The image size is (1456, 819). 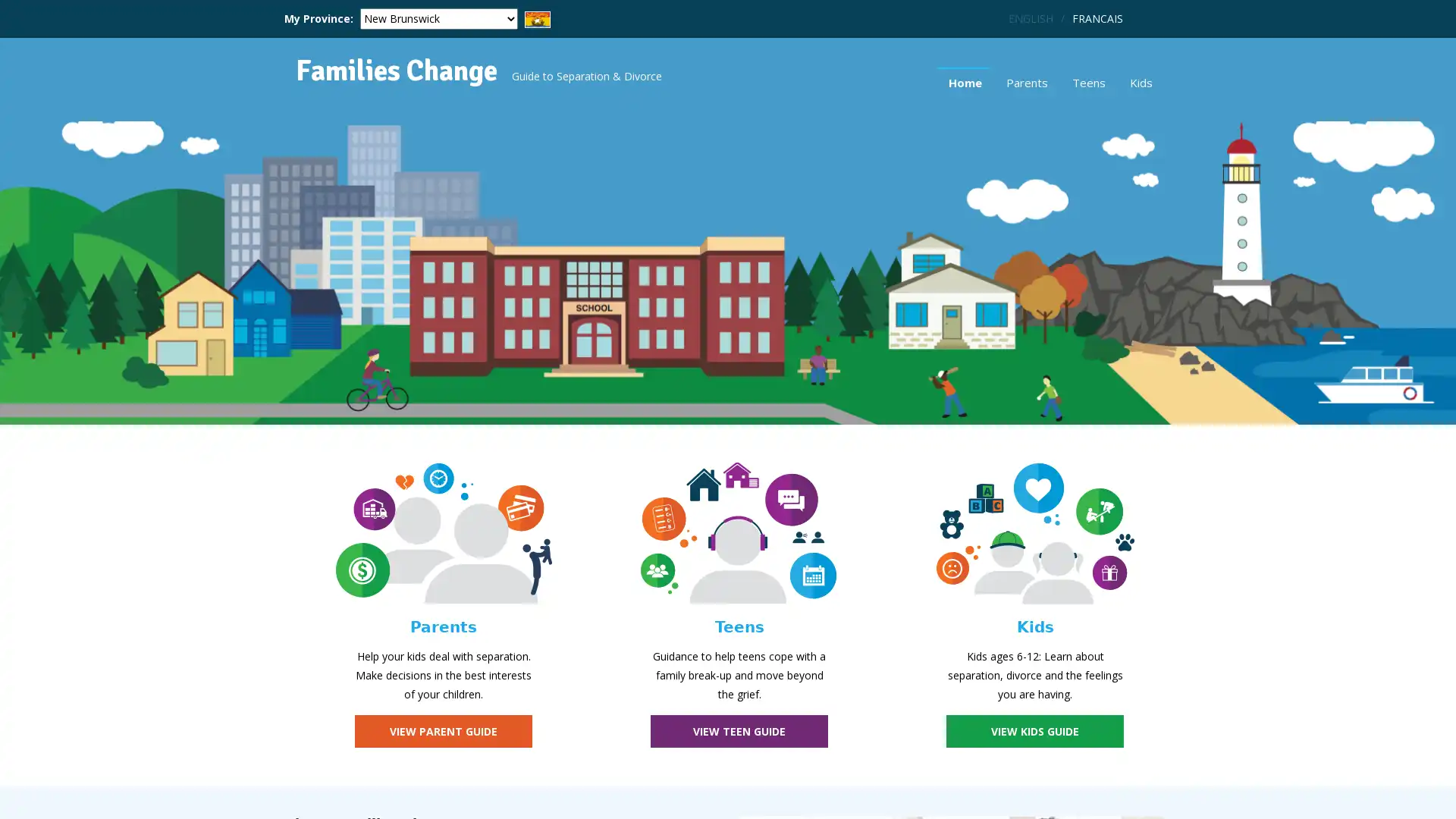 What do you see at coordinates (443, 730) in the screenshot?
I see `VIEW PARENT GUIDE` at bounding box center [443, 730].